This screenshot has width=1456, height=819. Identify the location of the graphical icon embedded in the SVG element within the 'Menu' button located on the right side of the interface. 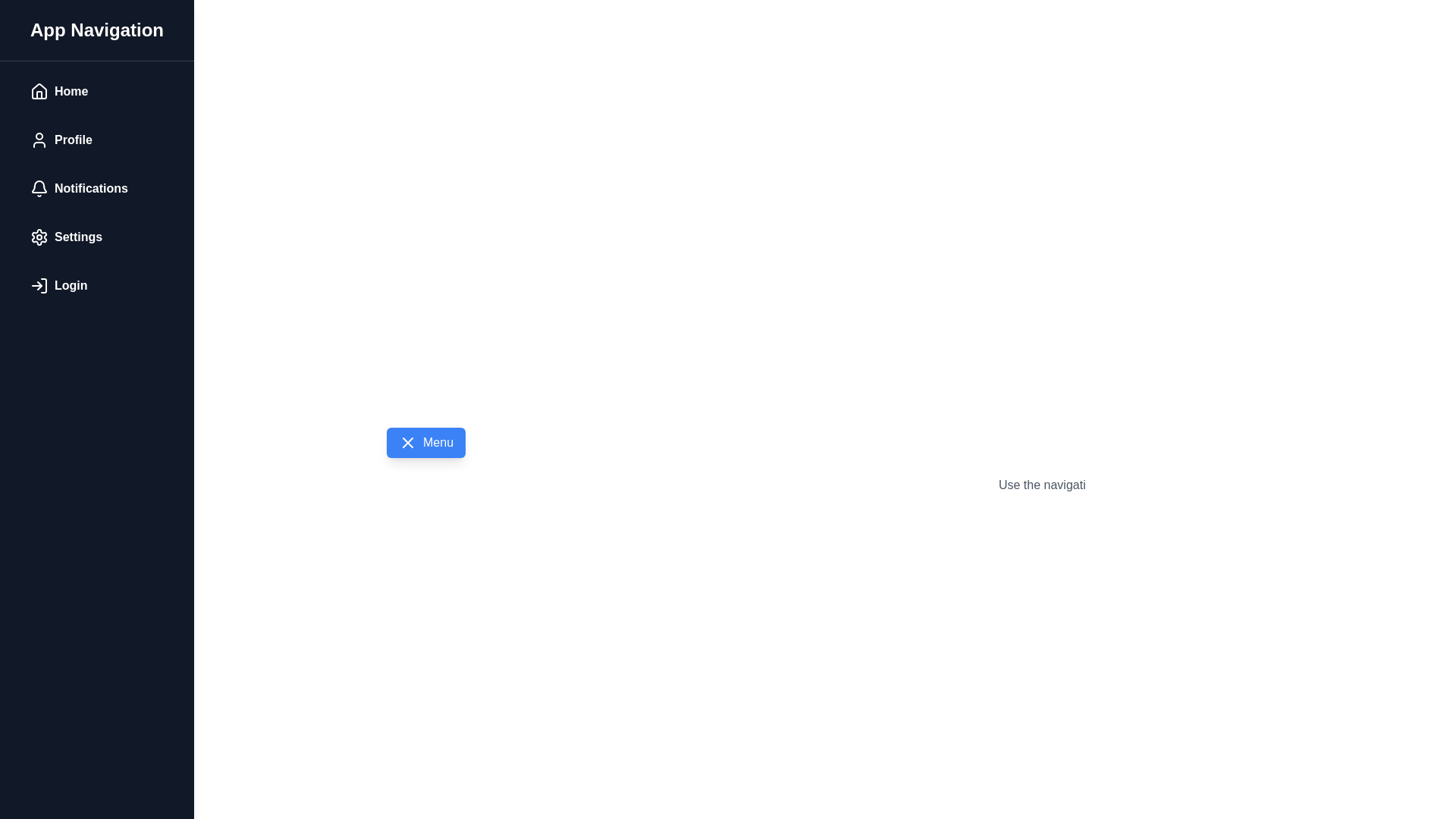
(407, 442).